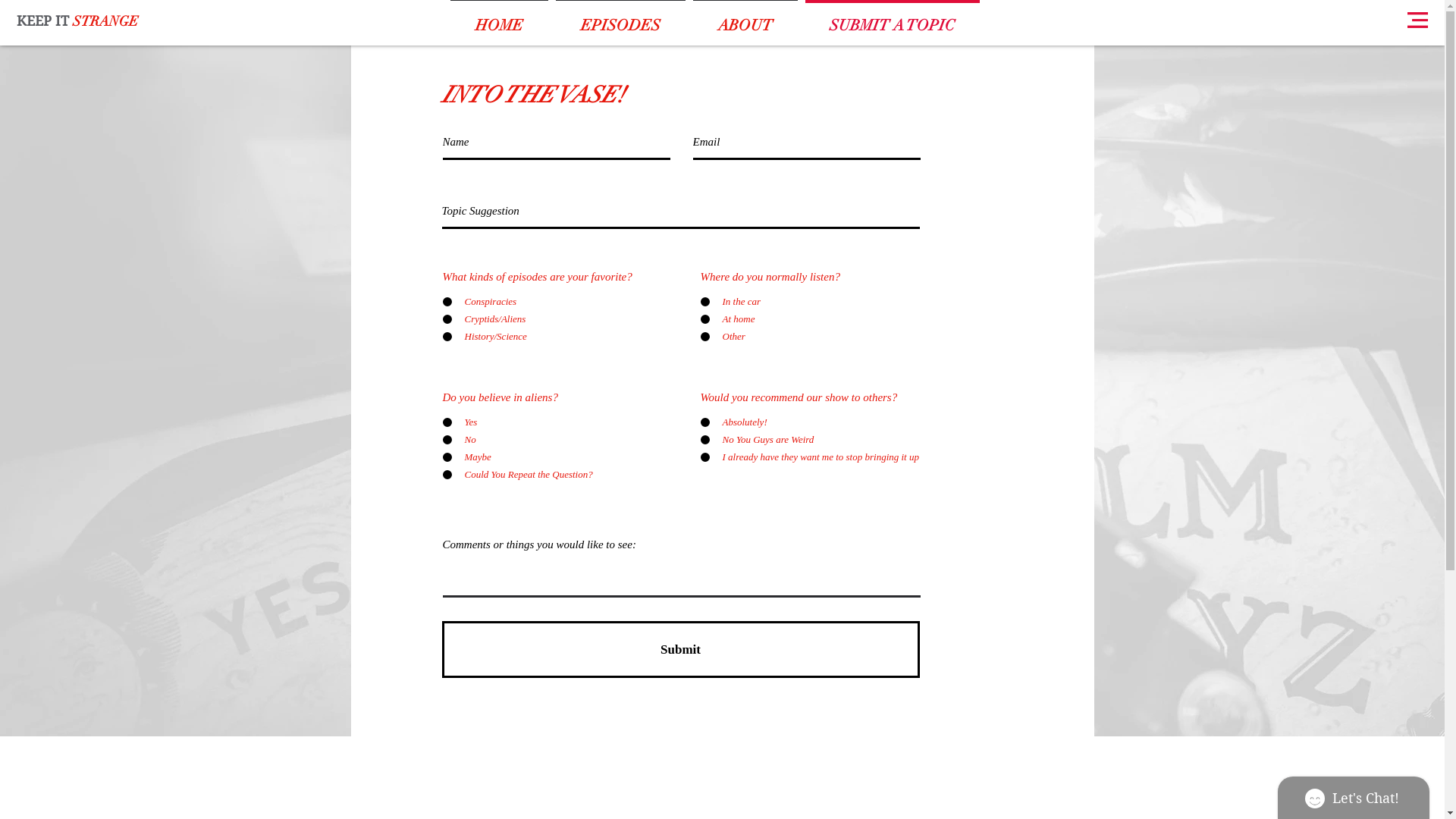 The width and height of the screenshot is (1456, 819). I want to click on 'HOME', so click(498, 18).